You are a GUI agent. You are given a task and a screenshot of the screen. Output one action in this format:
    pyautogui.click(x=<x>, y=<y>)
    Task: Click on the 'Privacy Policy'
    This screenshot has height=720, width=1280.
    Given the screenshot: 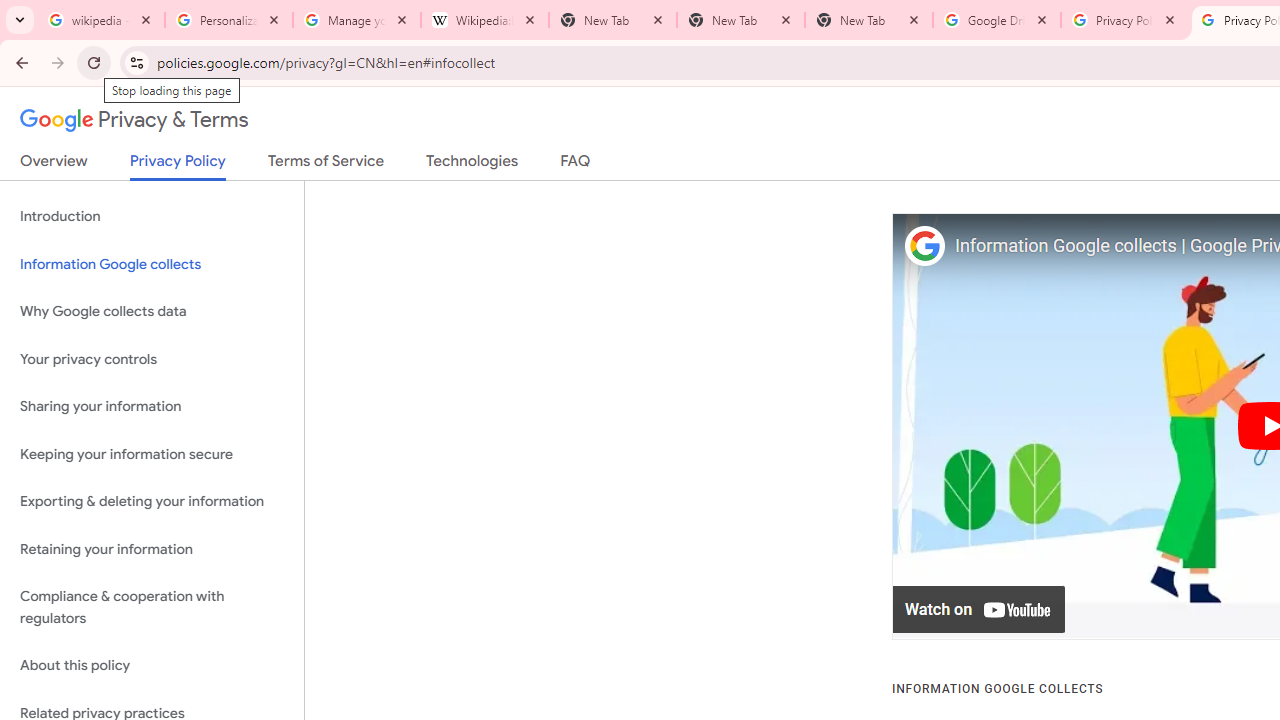 What is the action you would take?
    pyautogui.click(x=177, y=165)
    